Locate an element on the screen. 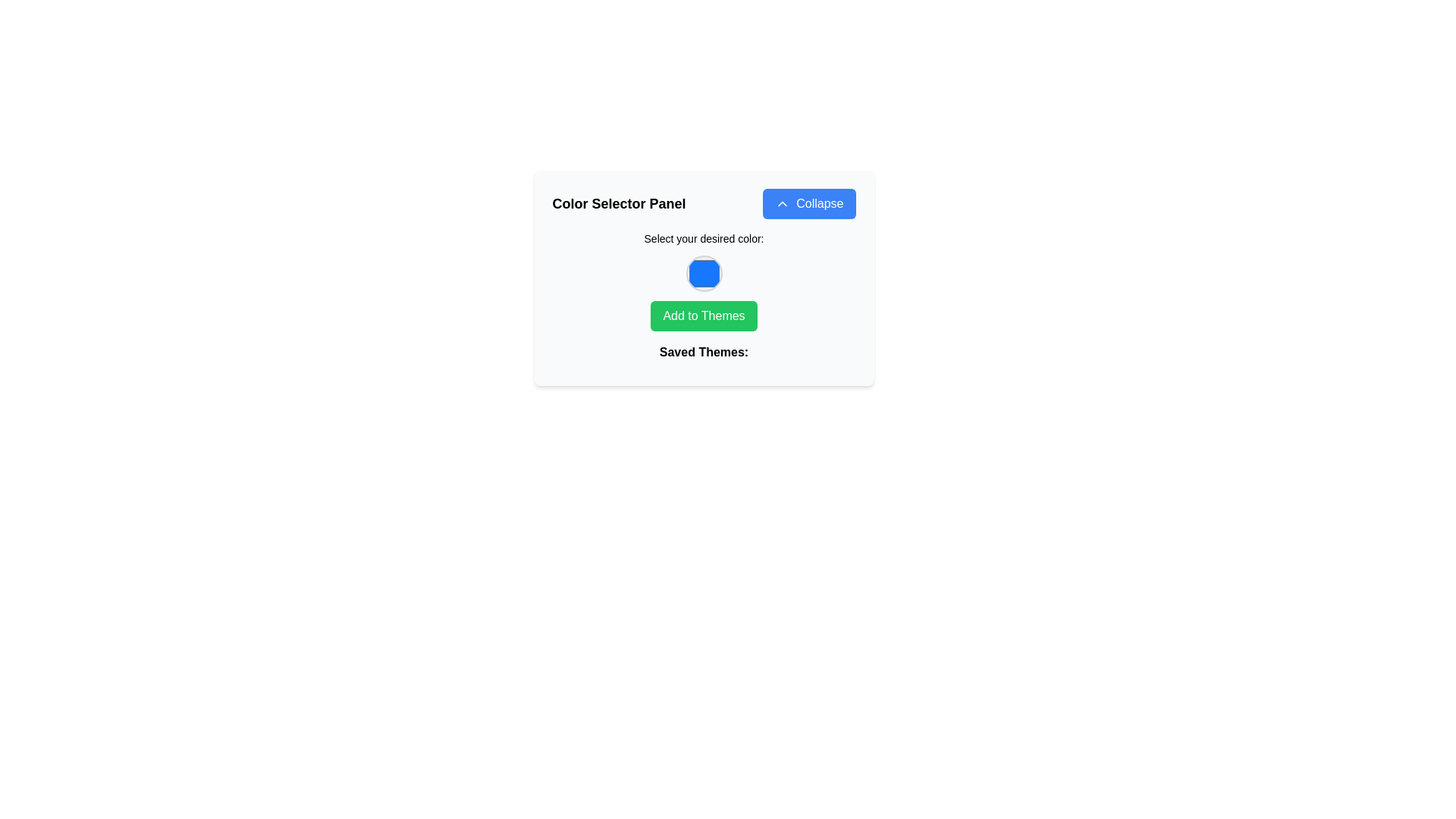  the Color selection button located in the center of the 'Color Selector Panel', positioned under 'Select your desired color:' and above the 'Add to Themes' button, and confirm the selection is located at coordinates (703, 278).